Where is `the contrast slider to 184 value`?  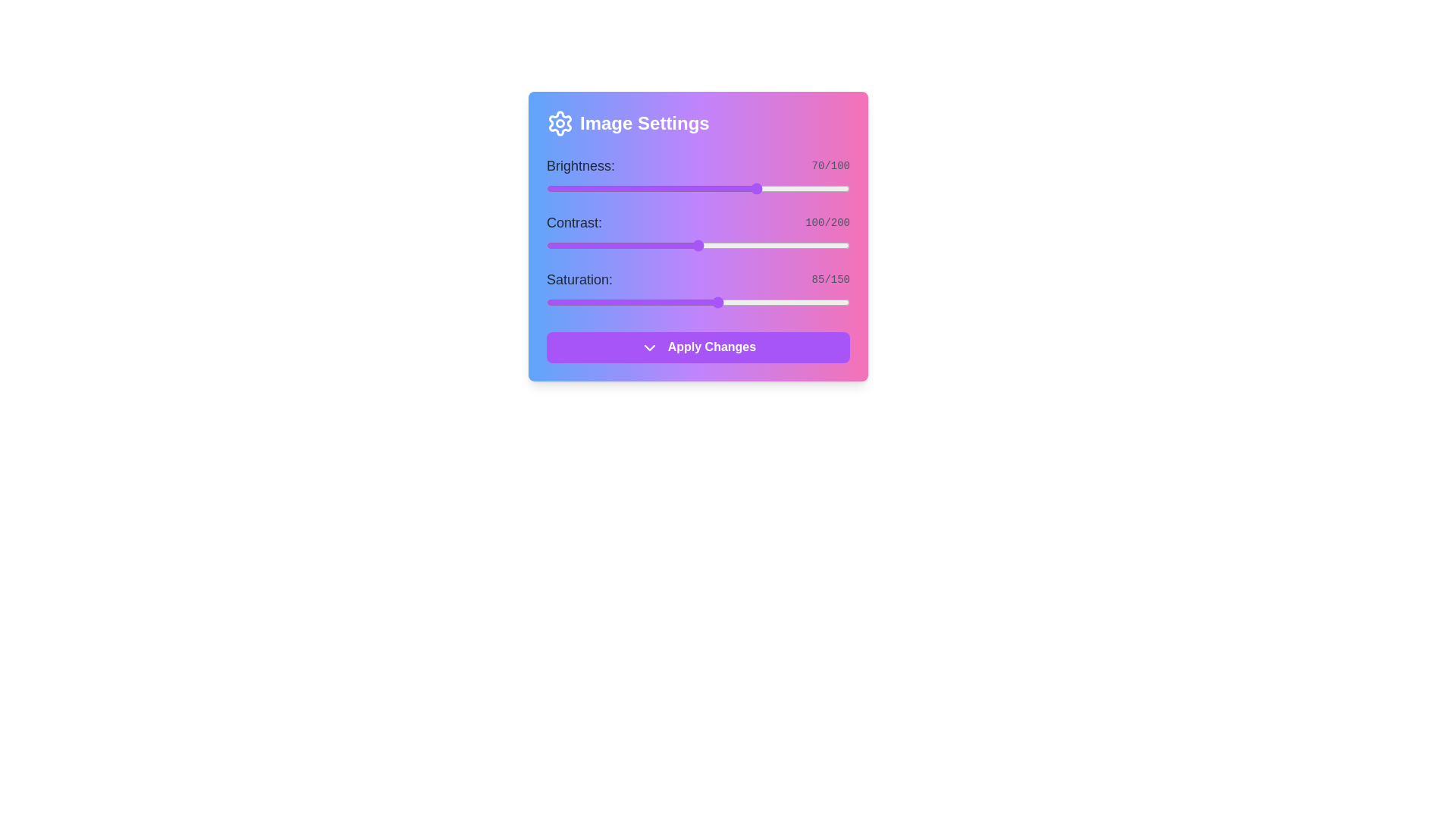 the contrast slider to 184 value is located at coordinates (825, 245).